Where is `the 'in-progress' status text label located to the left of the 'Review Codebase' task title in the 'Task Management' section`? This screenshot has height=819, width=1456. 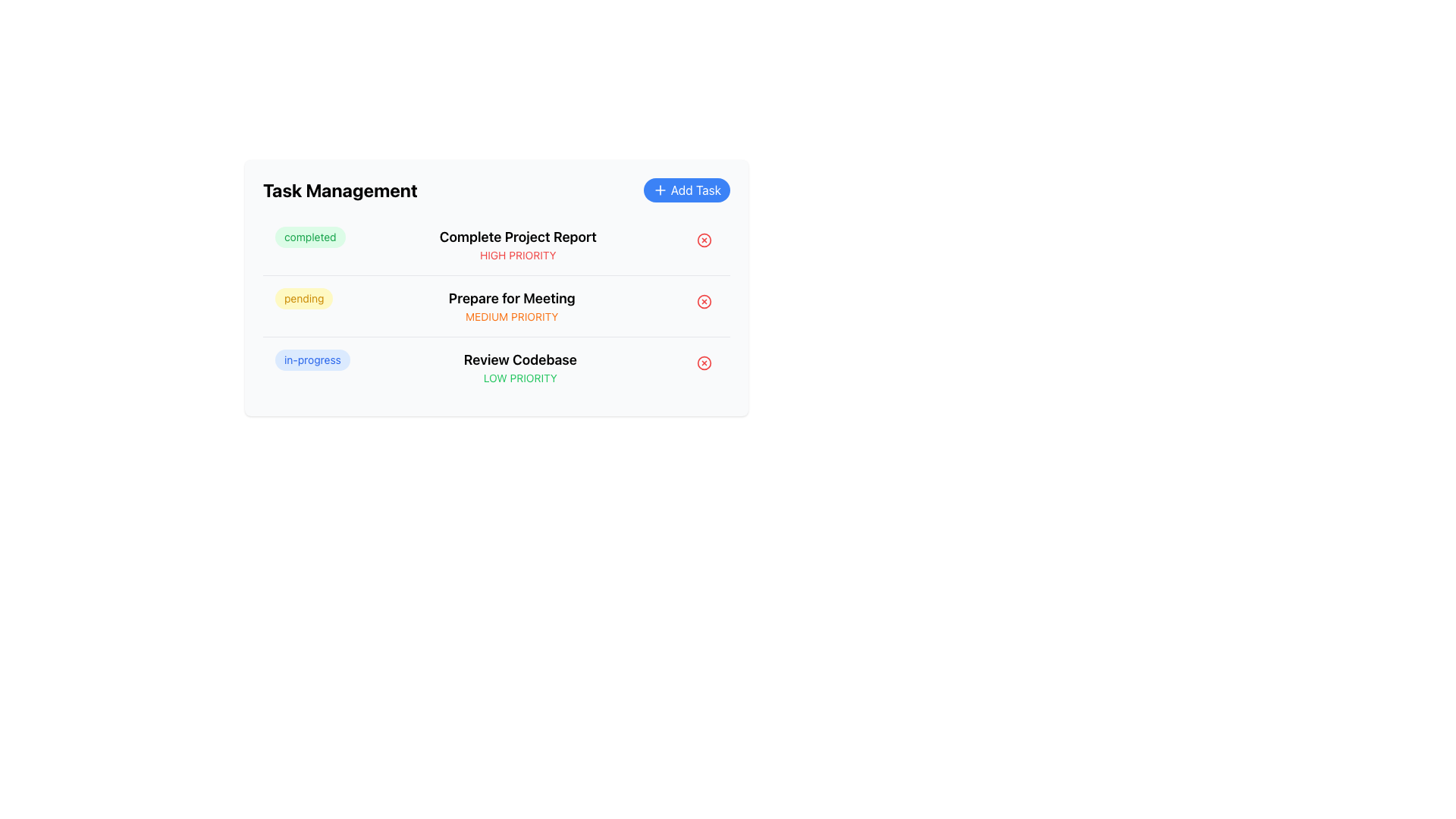 the 'in-progress' status text label located to the left of the 'Review Codebase' task title in the 'Task Management' section is located at coordinates (312, 359).